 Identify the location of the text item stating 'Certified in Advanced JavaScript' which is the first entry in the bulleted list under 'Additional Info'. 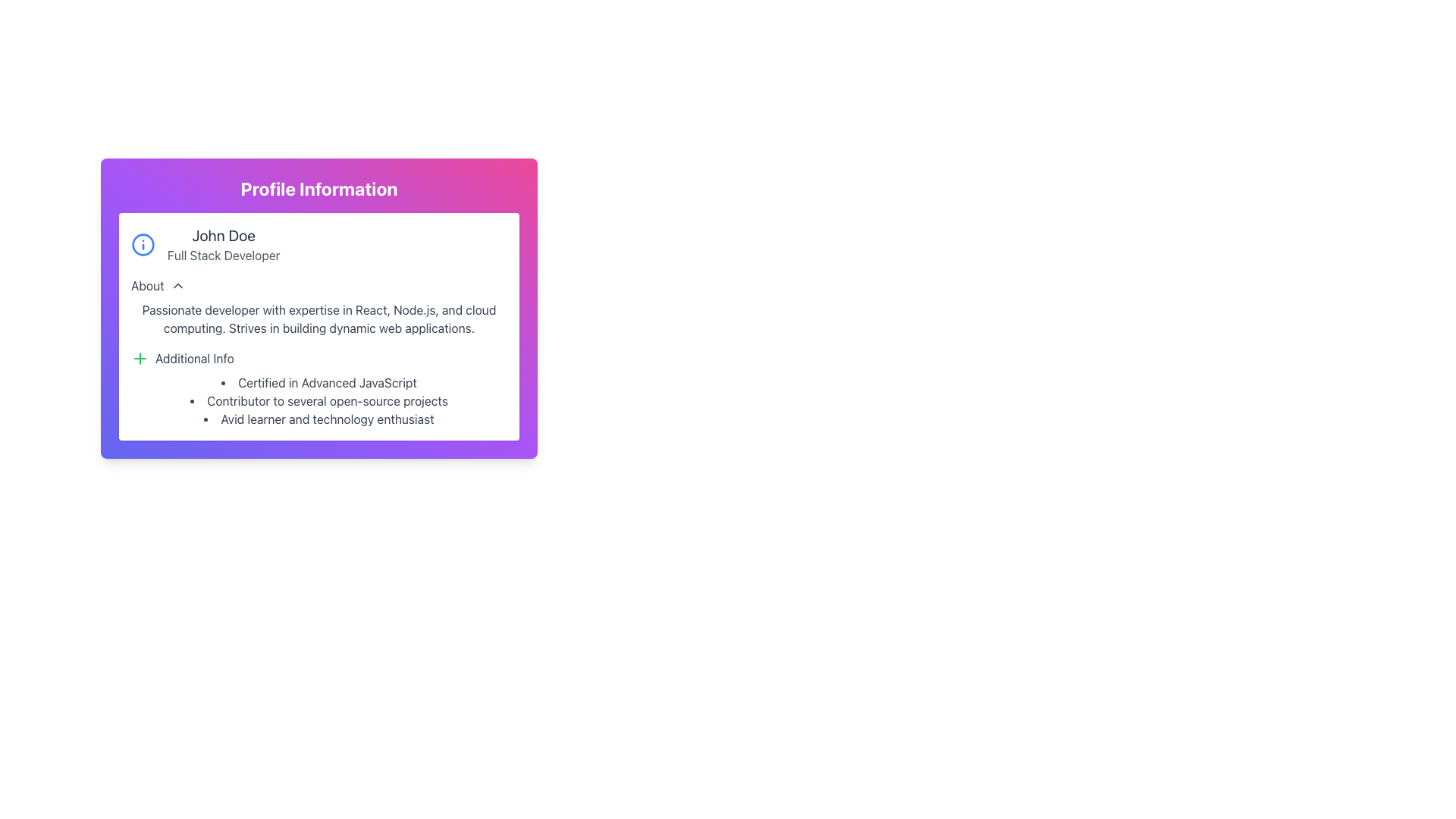
(318, 382).